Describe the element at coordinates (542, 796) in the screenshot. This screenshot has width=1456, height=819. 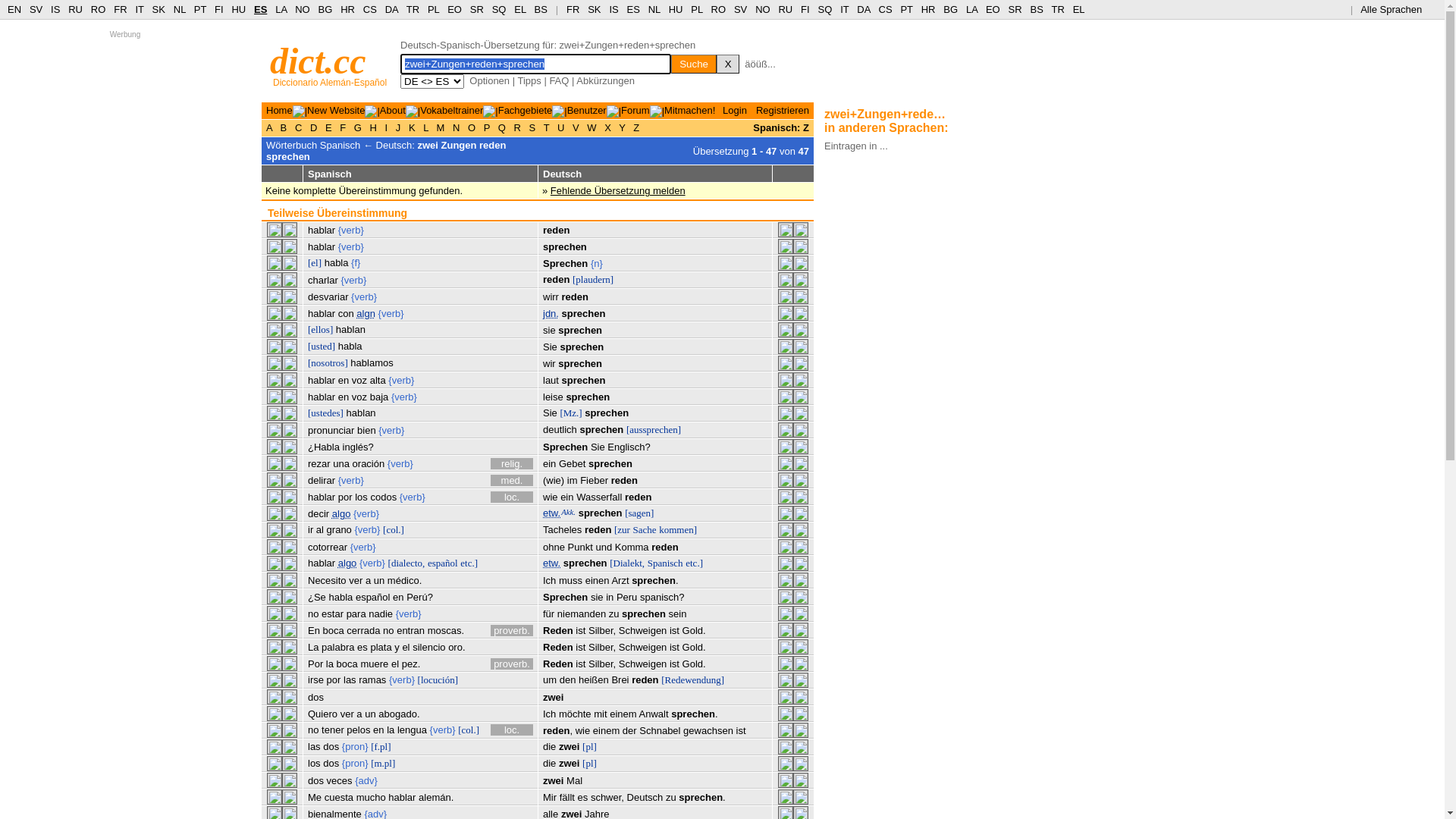
I see `'Mir'` at that location.